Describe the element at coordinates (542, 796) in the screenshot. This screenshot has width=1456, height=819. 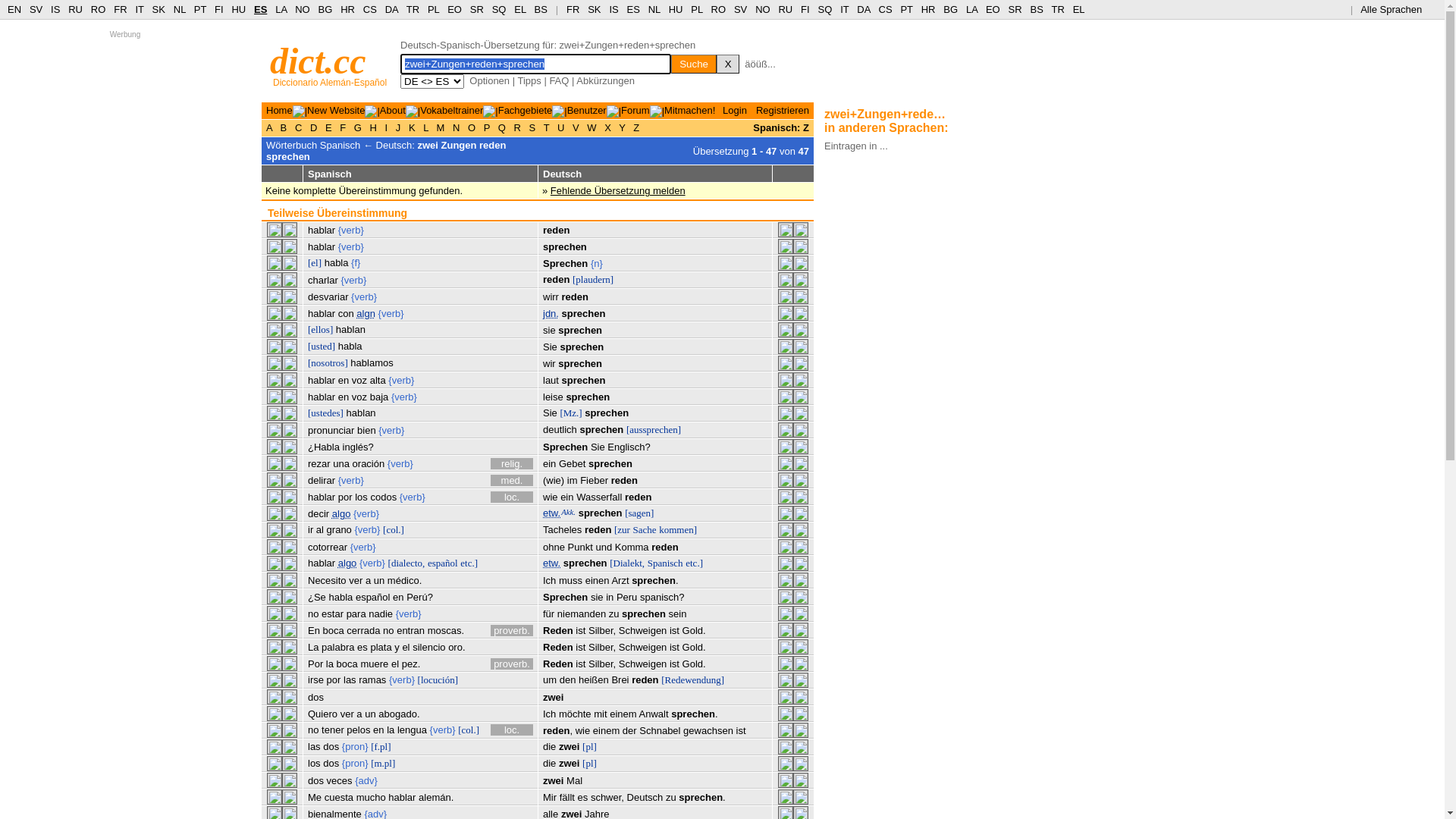
I see `'Mir'` at that location.